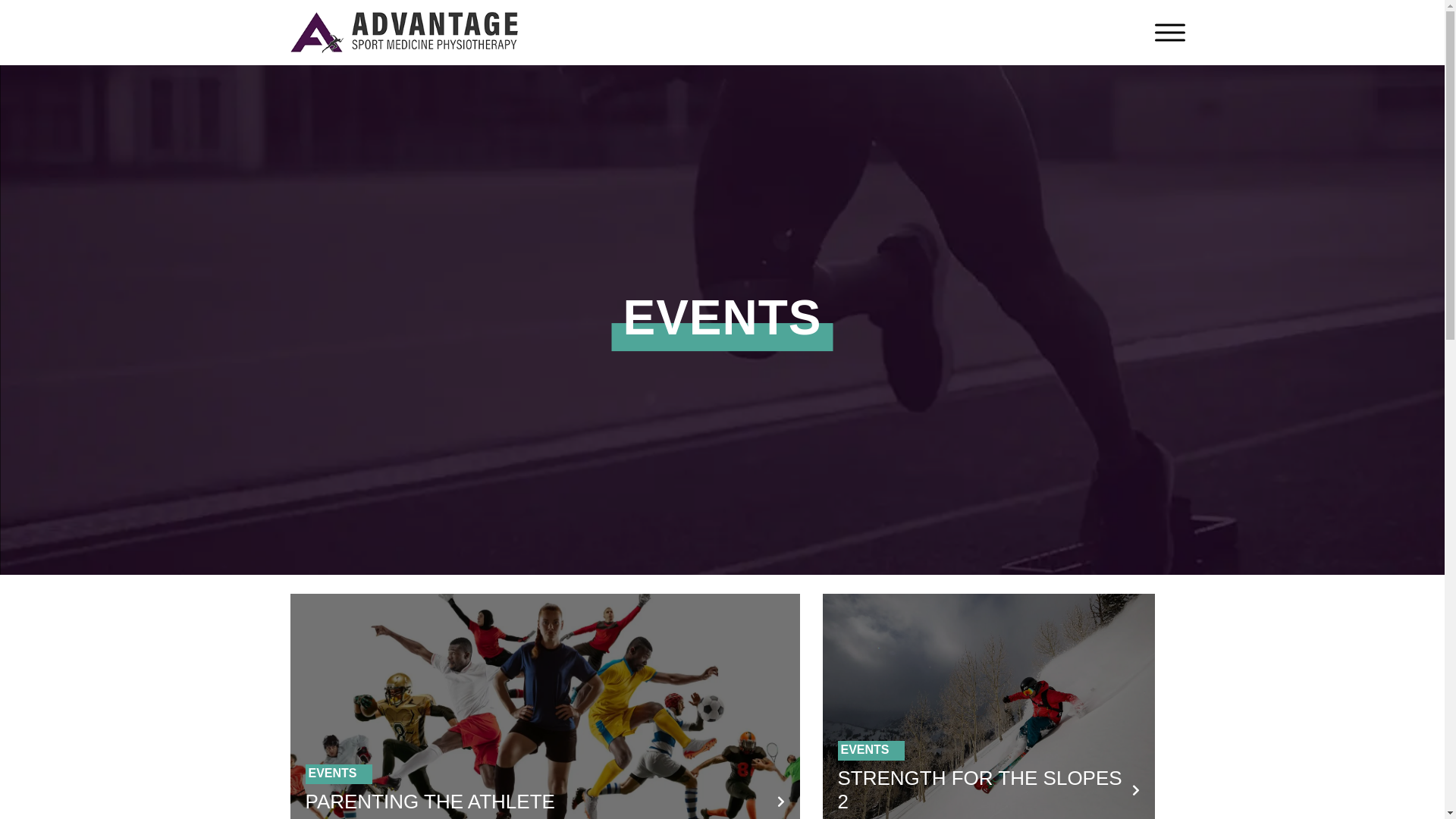 The image size is (1456, 819). What do you see at coordinates (864, 748) in the screenshot?
I see `'EVENTS'` at bounding box center [864, 748].